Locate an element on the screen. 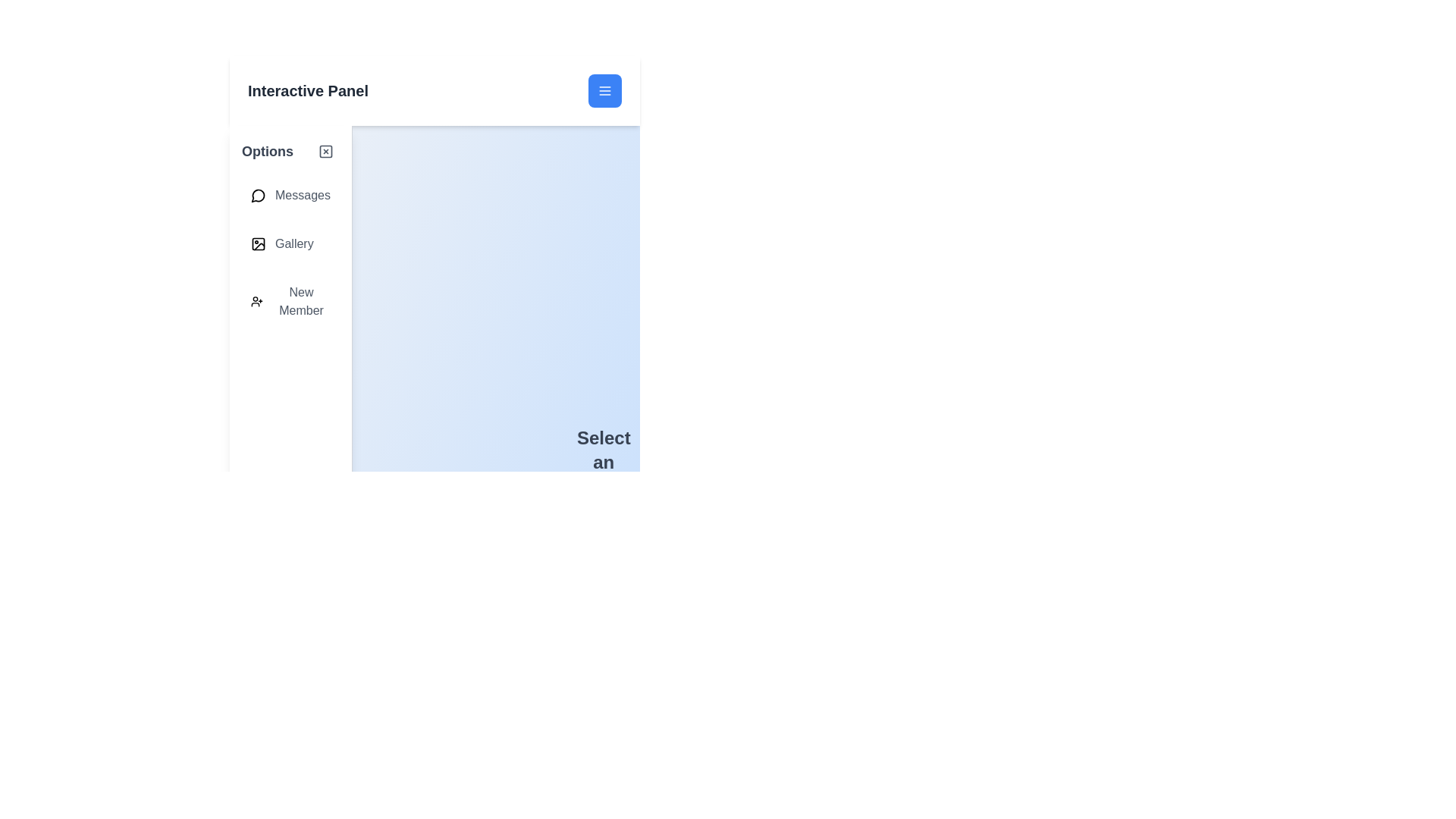 The height and width of the screenshot is (819, 1456). the 'Gallery' text label in the sidebar menu is located at coordinates (294, 243).